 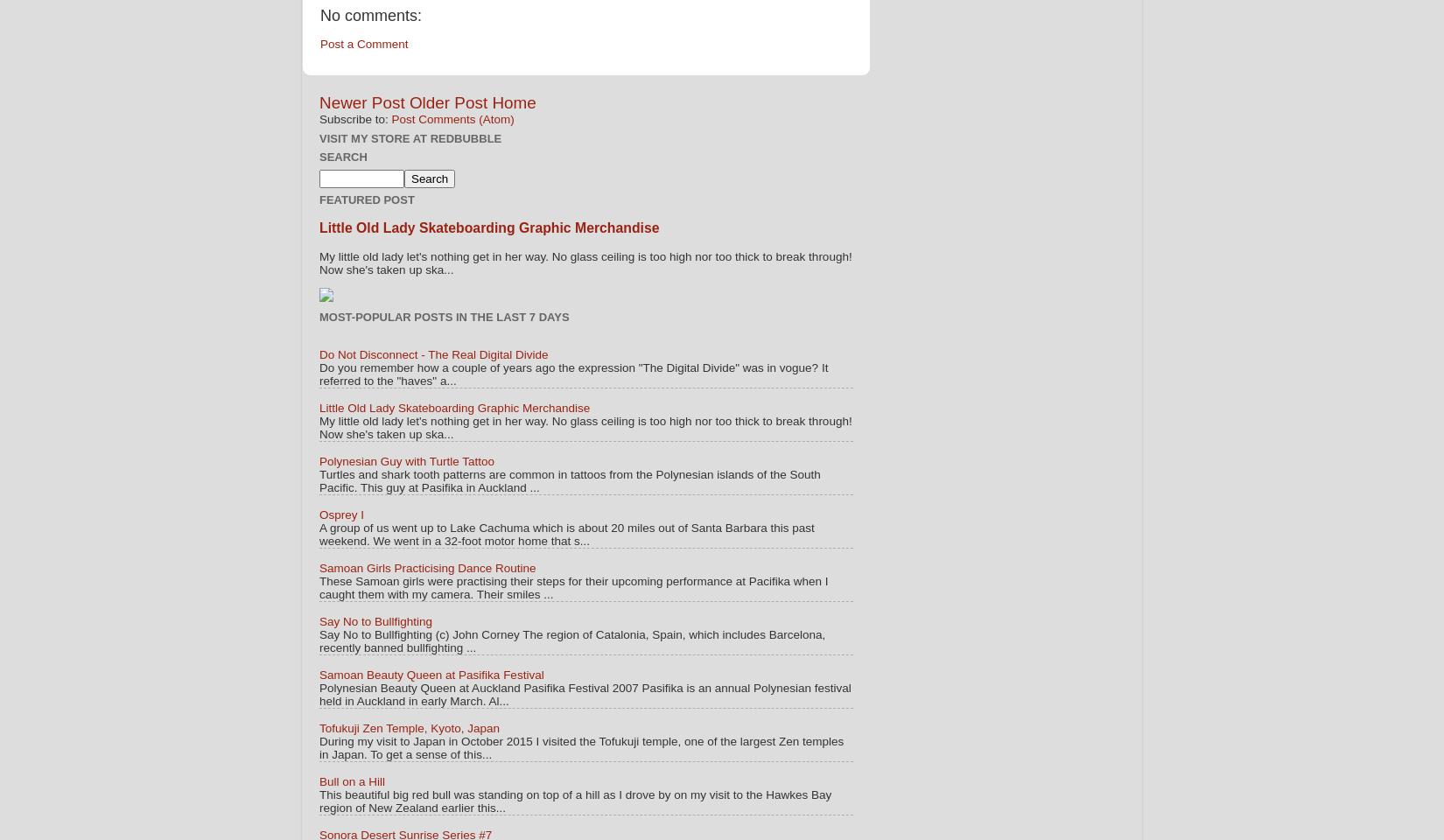 What do you see at coordinates (375, 621) in the screenshot?
I see `'Say No to Bullfighting'` at bounding box center [375, 621].